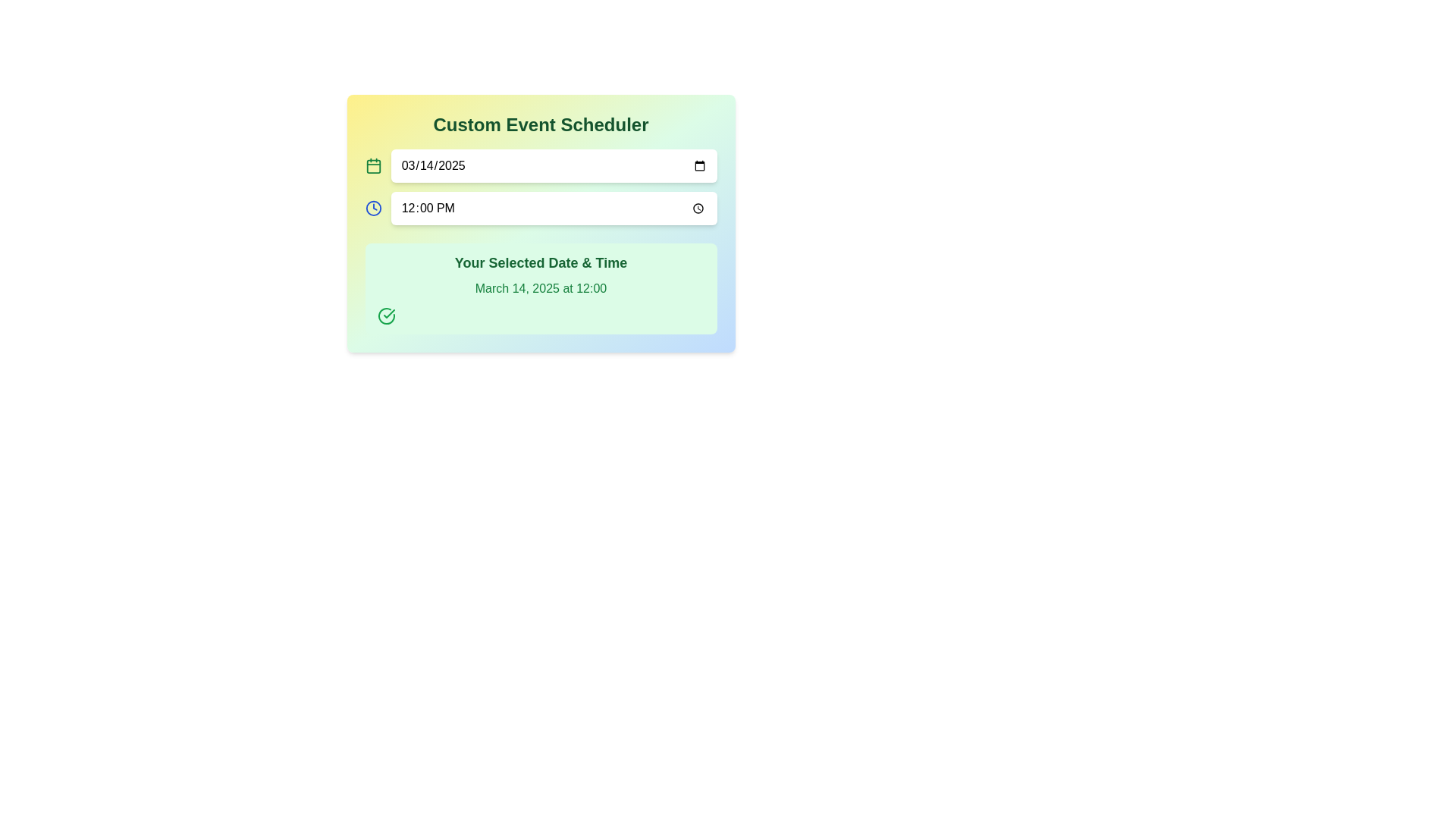 This screenshot has height=819, width=1456. I want to click on the text label that summarizes the selected date and time in the event scheduler interface, which is positioned within a rounded rectangle with a light green background, so click(541, 262).